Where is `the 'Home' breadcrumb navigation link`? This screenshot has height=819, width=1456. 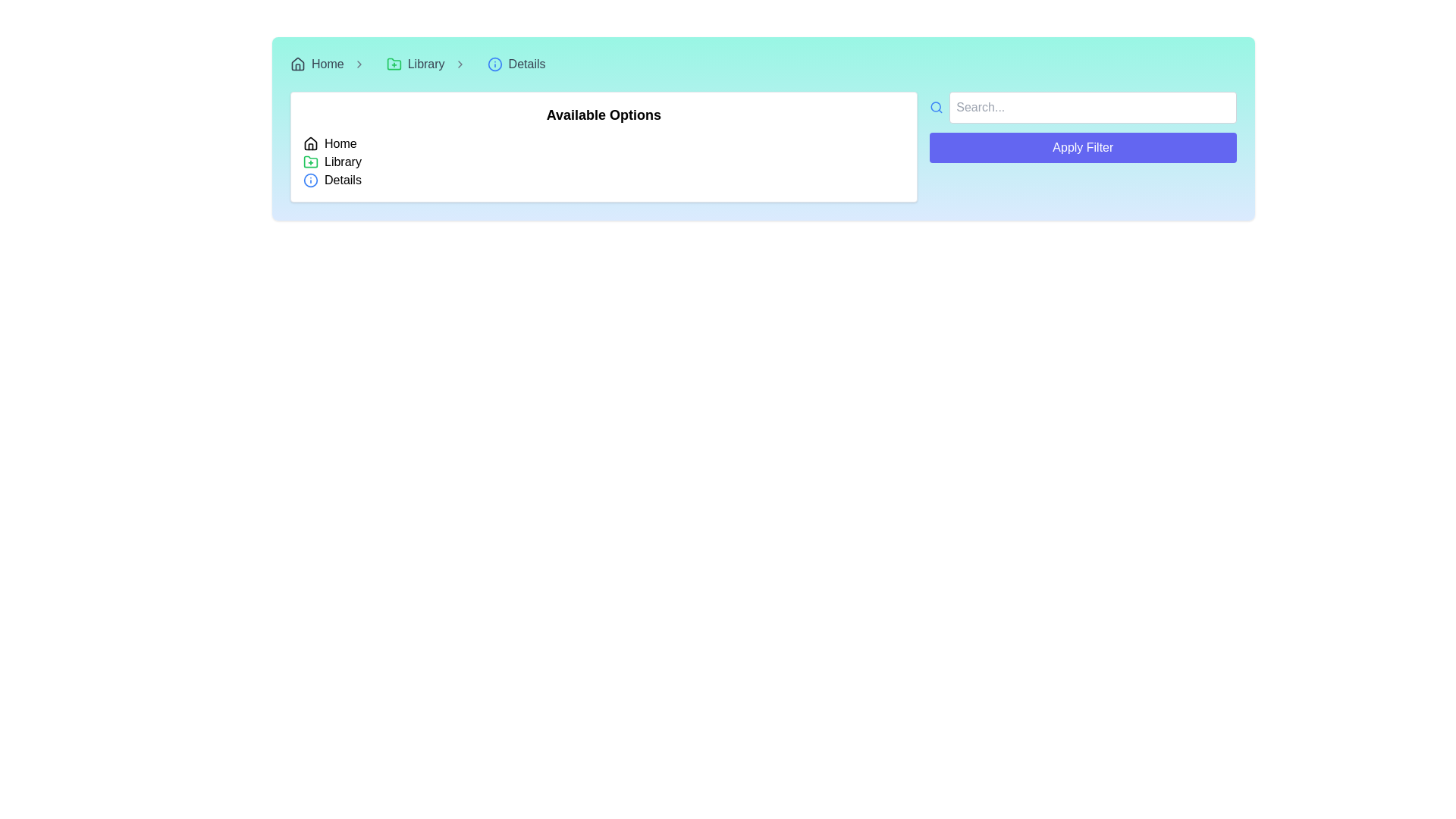 the 'Home' breadcrumb navigation link is located at coordinates (327, 63).